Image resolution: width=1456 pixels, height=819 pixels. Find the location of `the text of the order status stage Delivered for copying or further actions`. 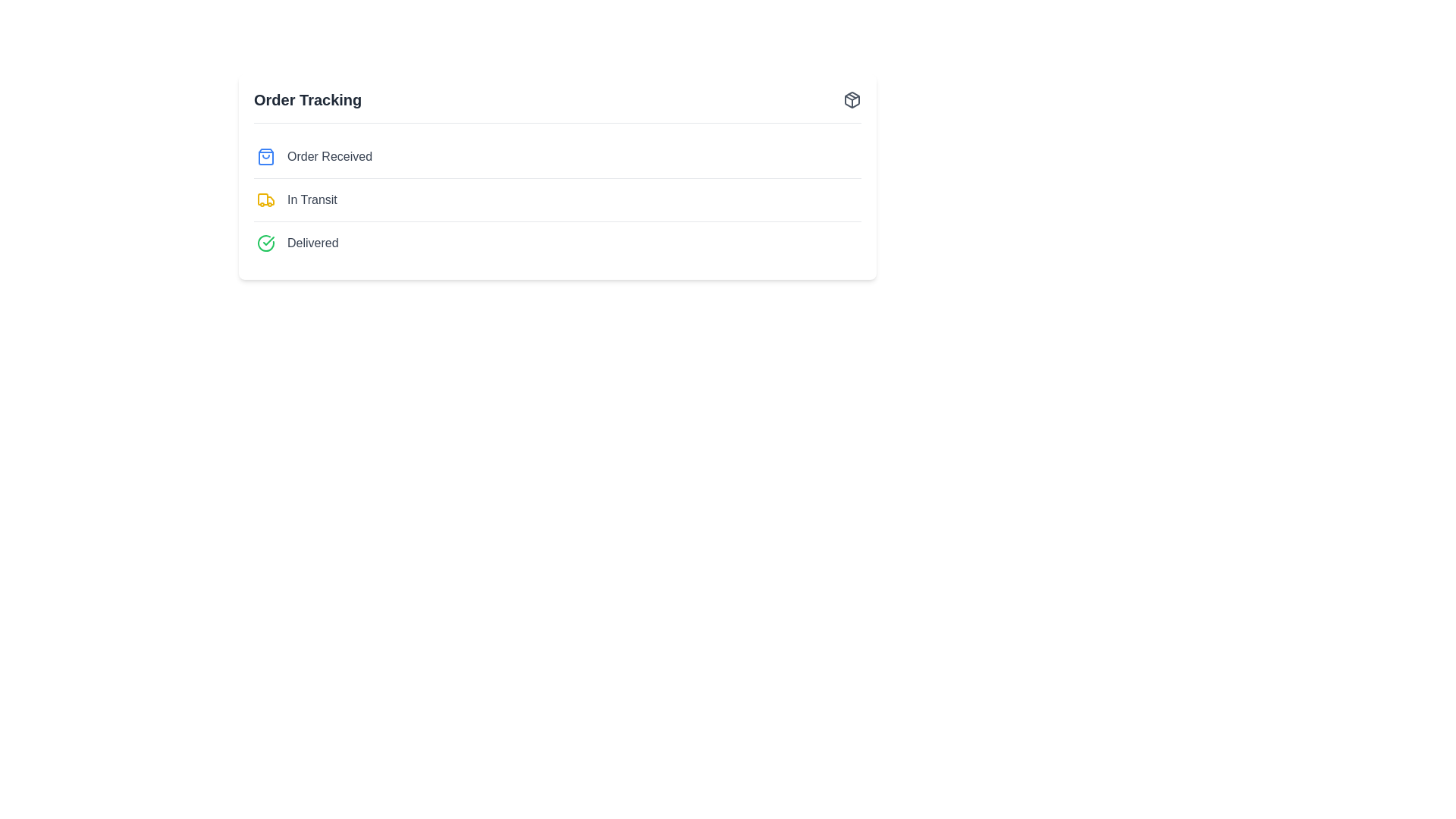

the text of the order status stage Delivered for copying or further actions is located at coordinates (312, 242).